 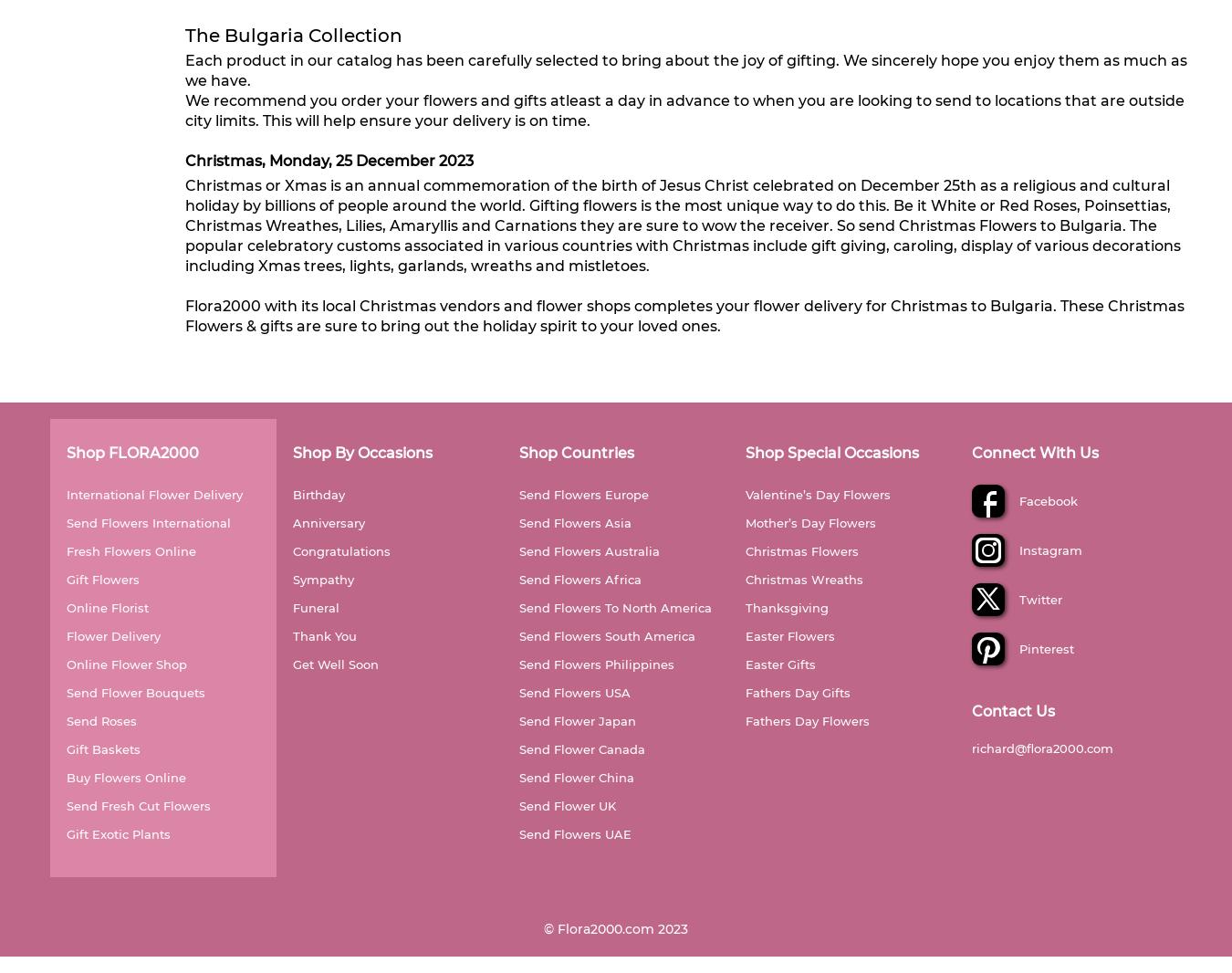 I want to click on 'Twitter', so click(x=1031, y=598).